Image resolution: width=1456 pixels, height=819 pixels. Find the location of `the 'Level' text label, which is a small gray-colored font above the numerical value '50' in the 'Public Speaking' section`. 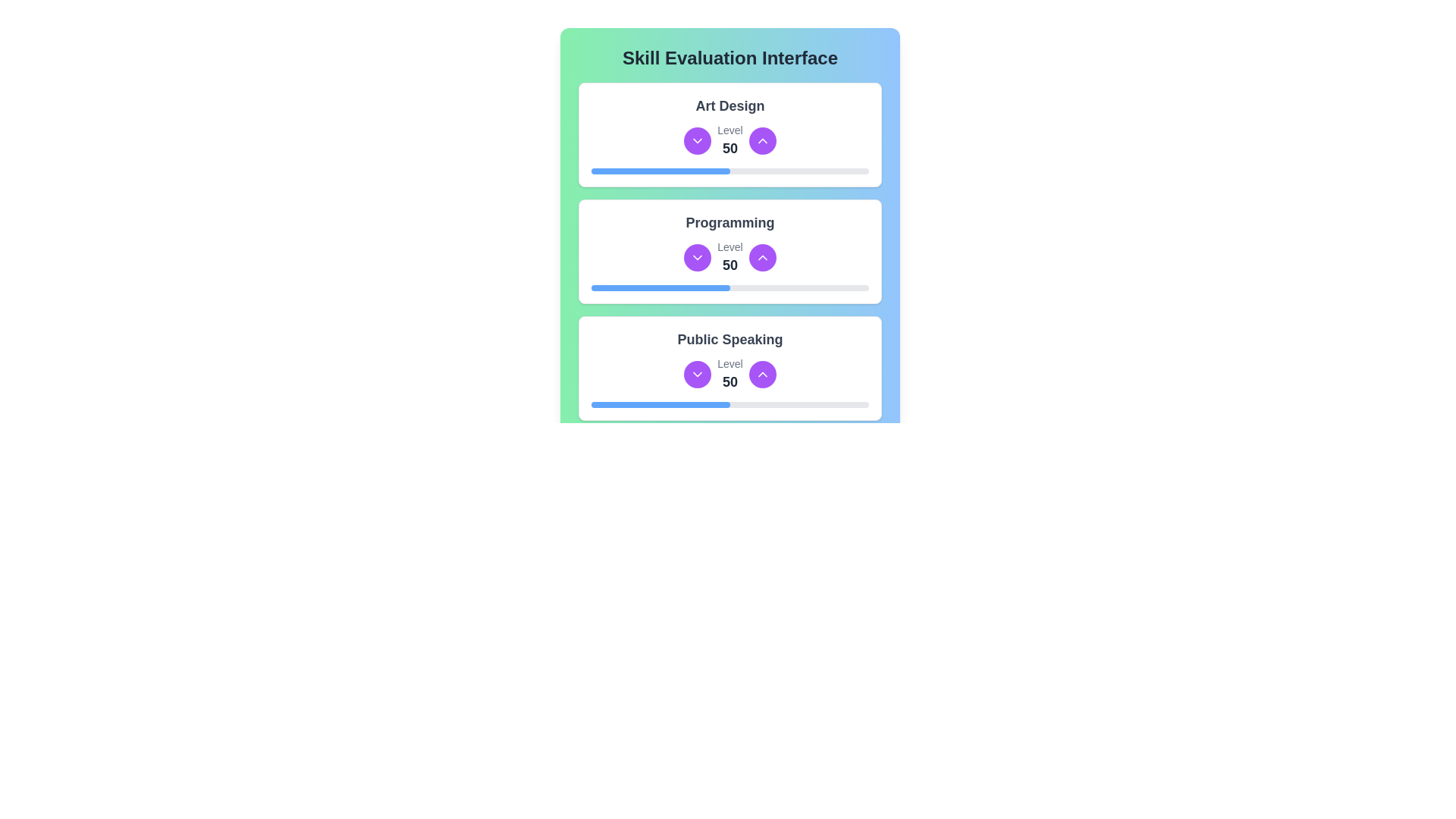

the 'Level' text label, which is a small gray-colored font above the numerical value '50' in the 'Public Speaking' section is located at coordinates (730, 363).